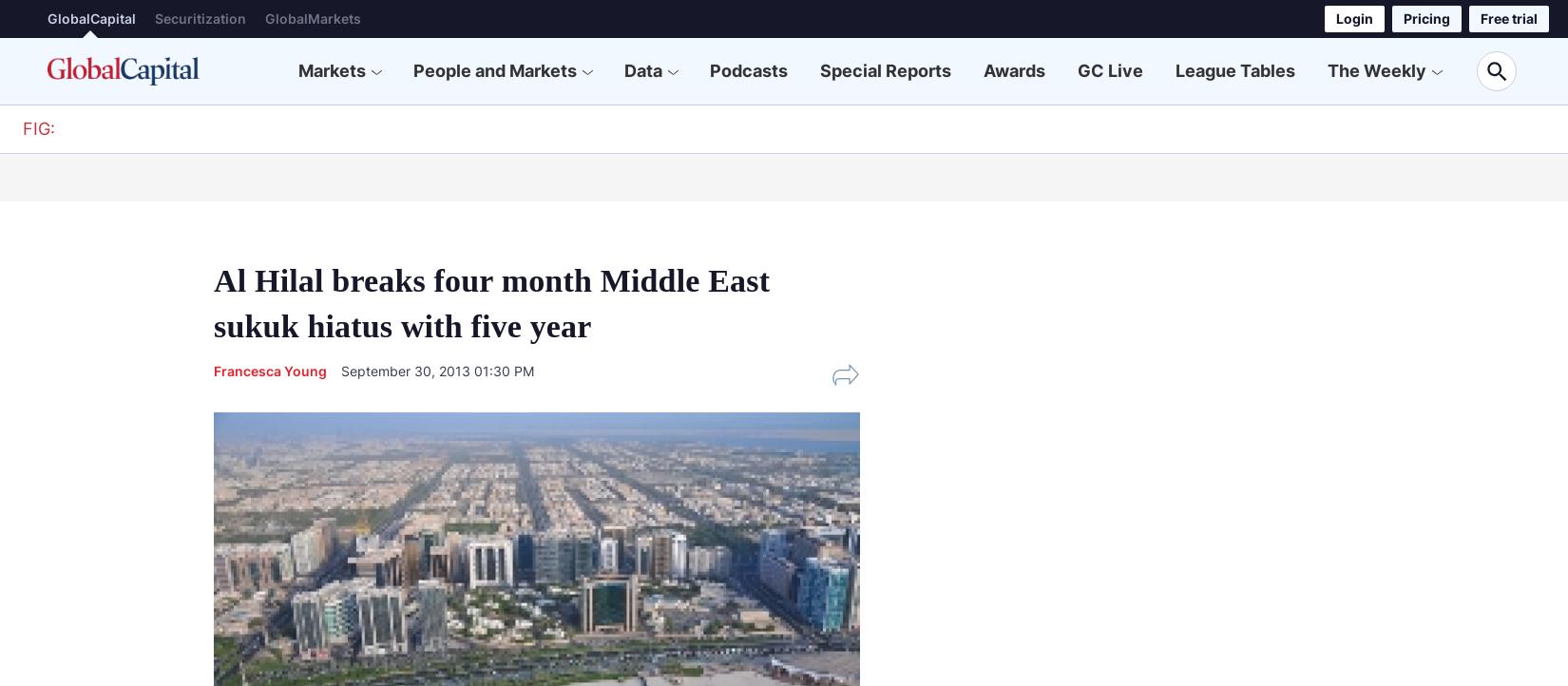 This screenshot has height=686, width=1568. I want to click on 'Bank Strategy', so click(500, 174).